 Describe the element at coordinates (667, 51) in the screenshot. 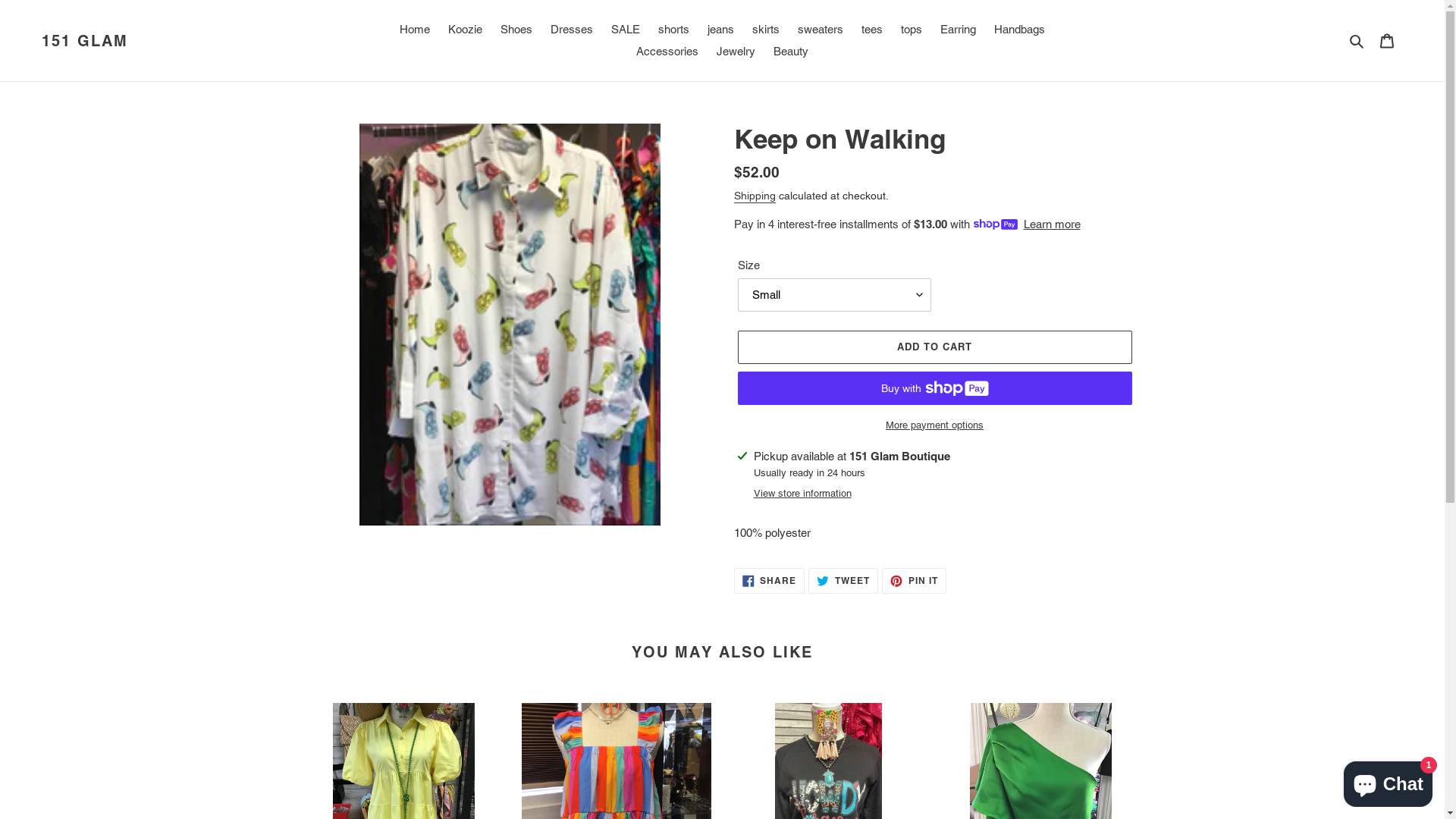

I see `'Accessories'` at that location.